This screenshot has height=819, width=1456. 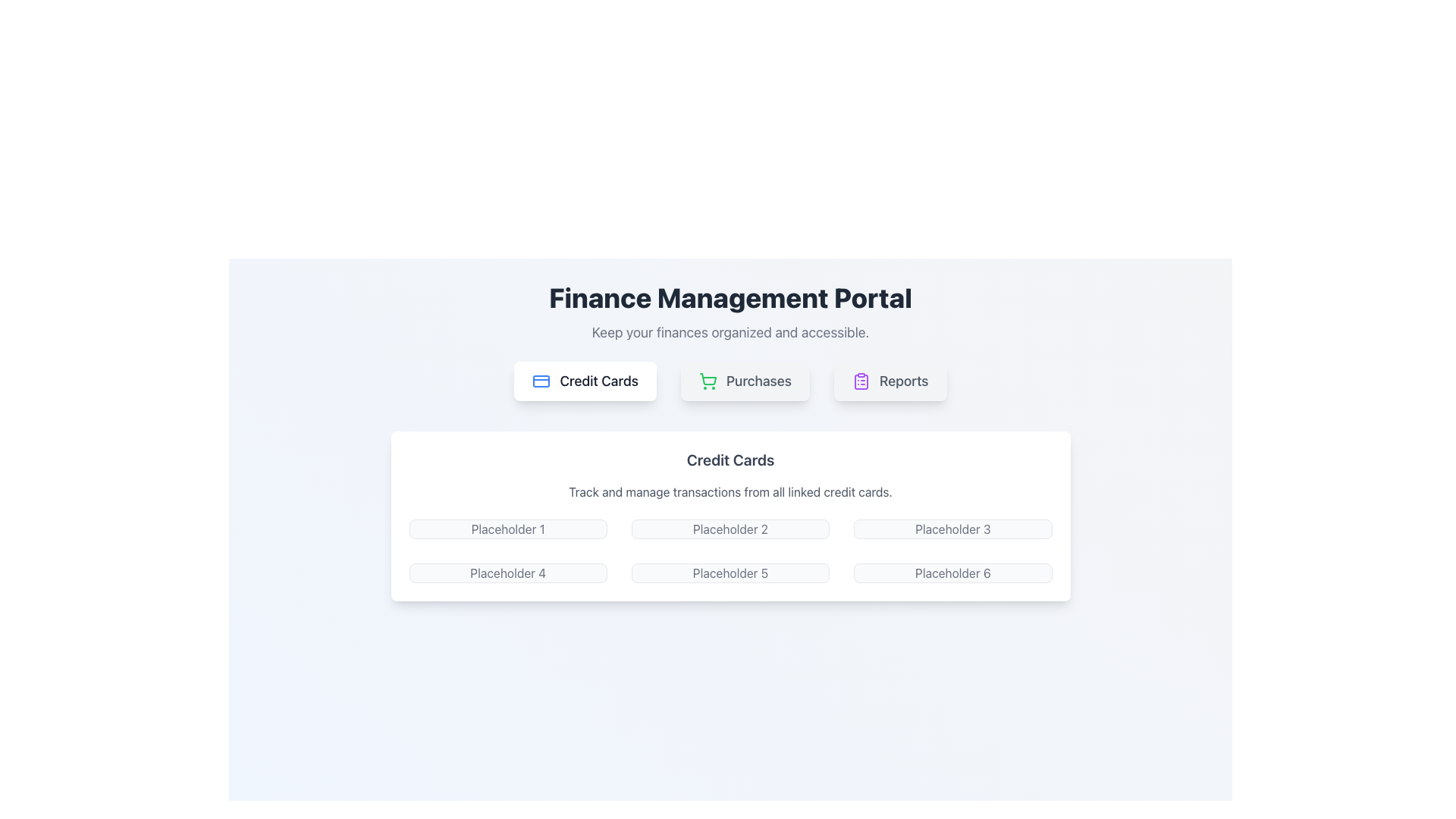 I want to click on the Text Label located in the first placeholder of the top row, which provides guidance to the user, so click(x=508, y=529).